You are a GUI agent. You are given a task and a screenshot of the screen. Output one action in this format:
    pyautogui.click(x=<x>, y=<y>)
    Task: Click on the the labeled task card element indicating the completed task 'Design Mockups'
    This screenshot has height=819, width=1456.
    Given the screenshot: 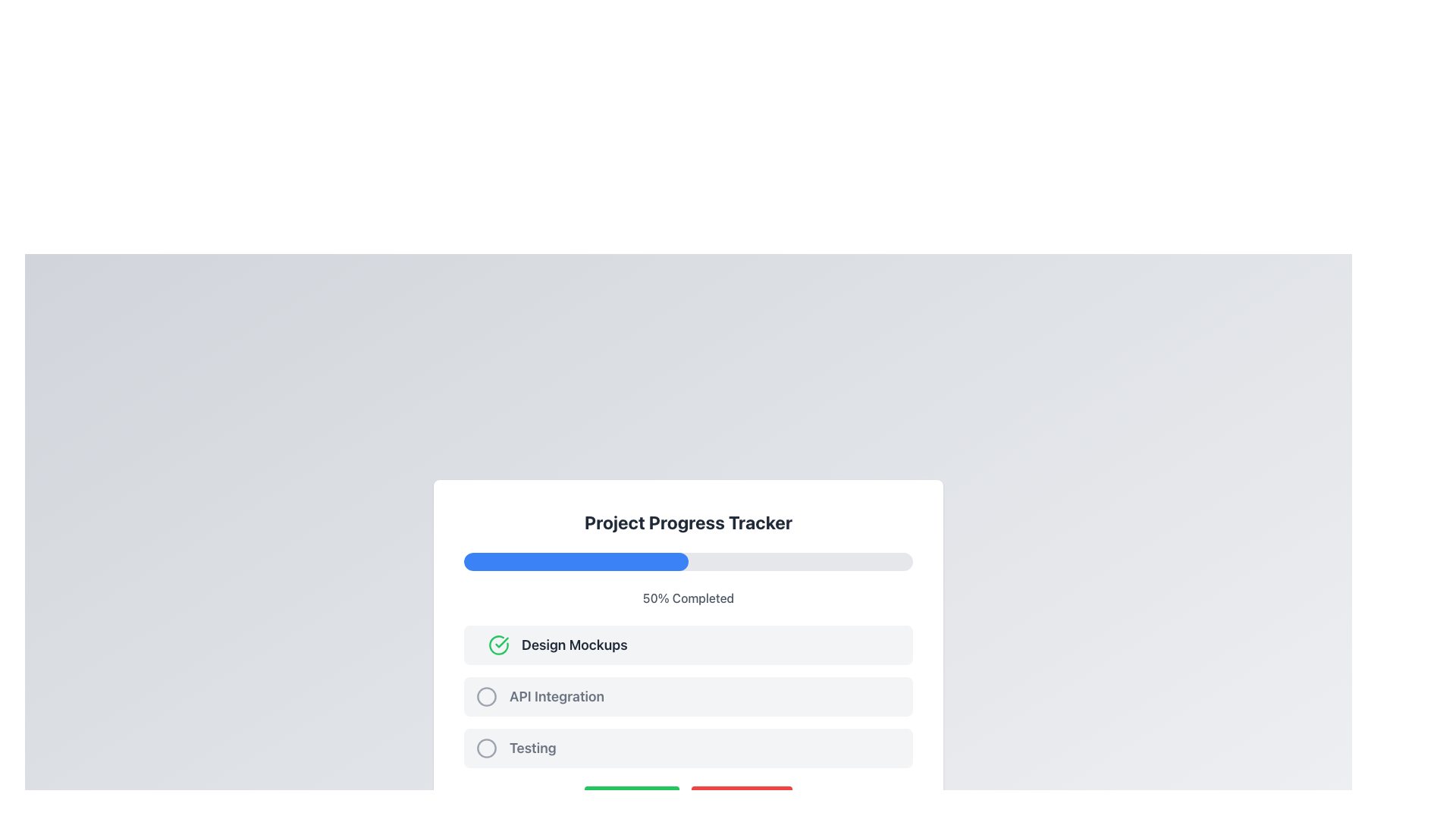 What is the action you would take?
    pyautogui.click(x=687, y=645)
    